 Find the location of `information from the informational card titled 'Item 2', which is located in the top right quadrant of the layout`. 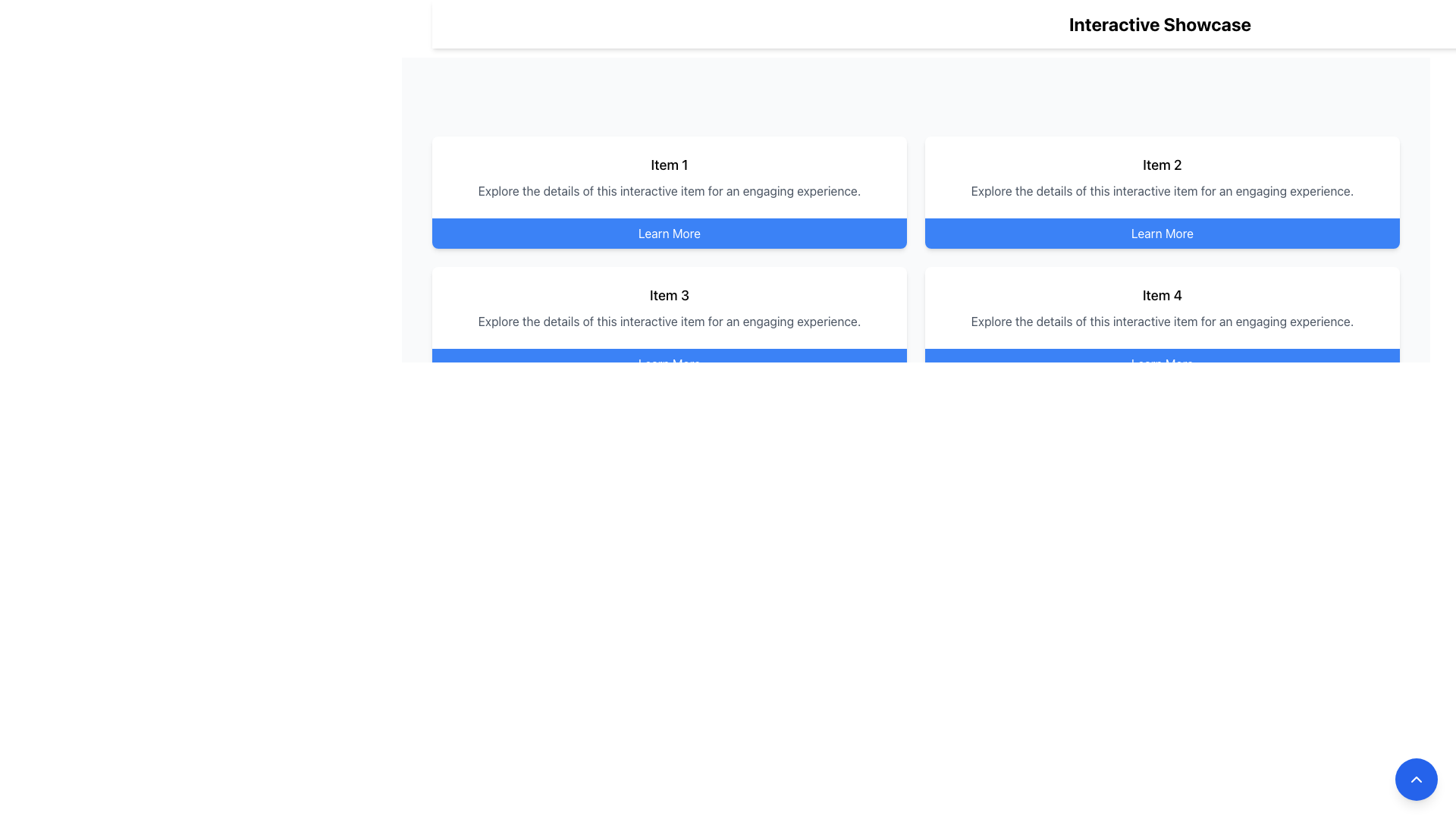

information from the informational card titled 'Item 2', which is located in the top right quadrant of the layout is located at coordinates (1161, 177).